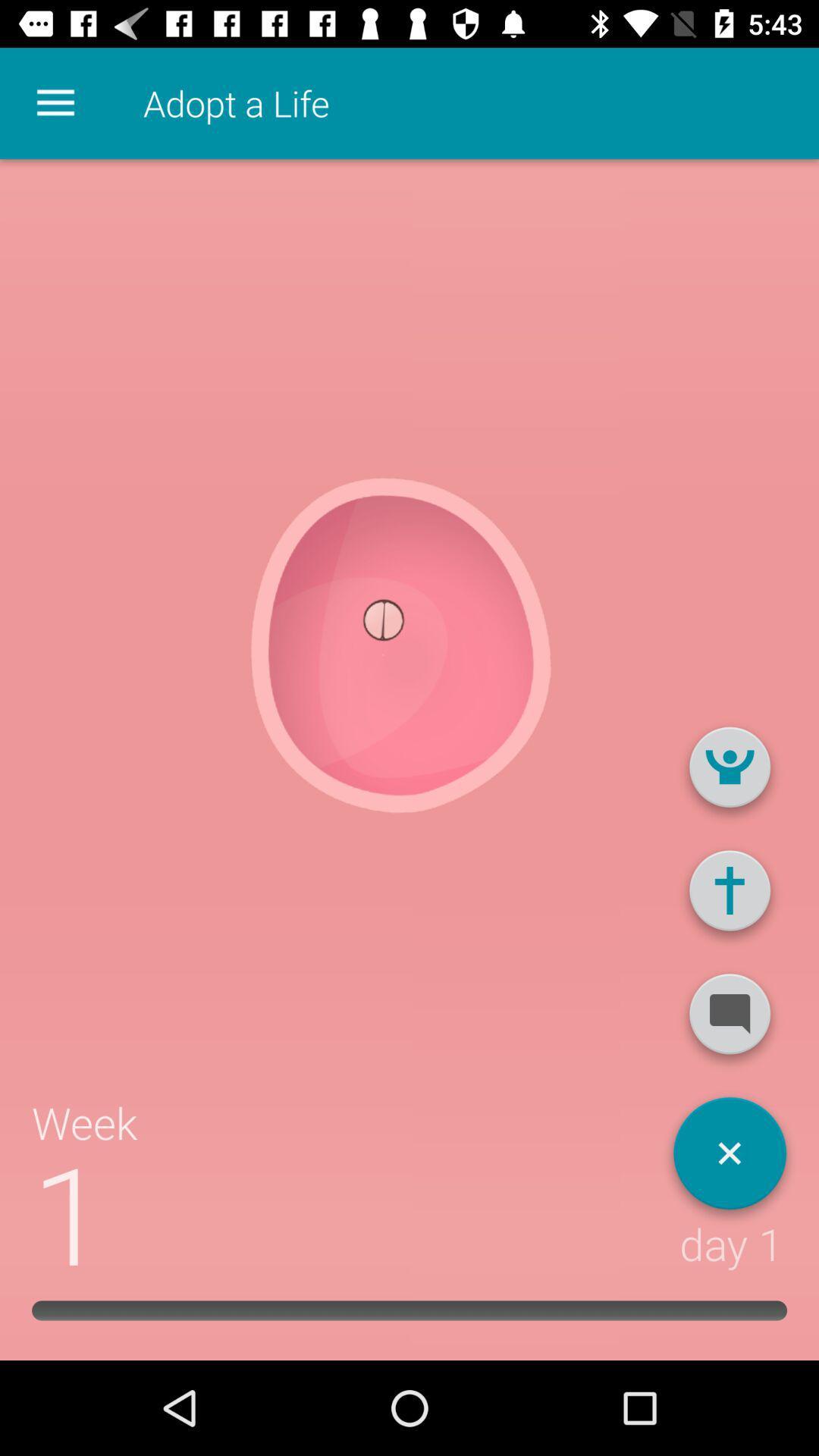  I want to click on chat button, so click(729, 1020).